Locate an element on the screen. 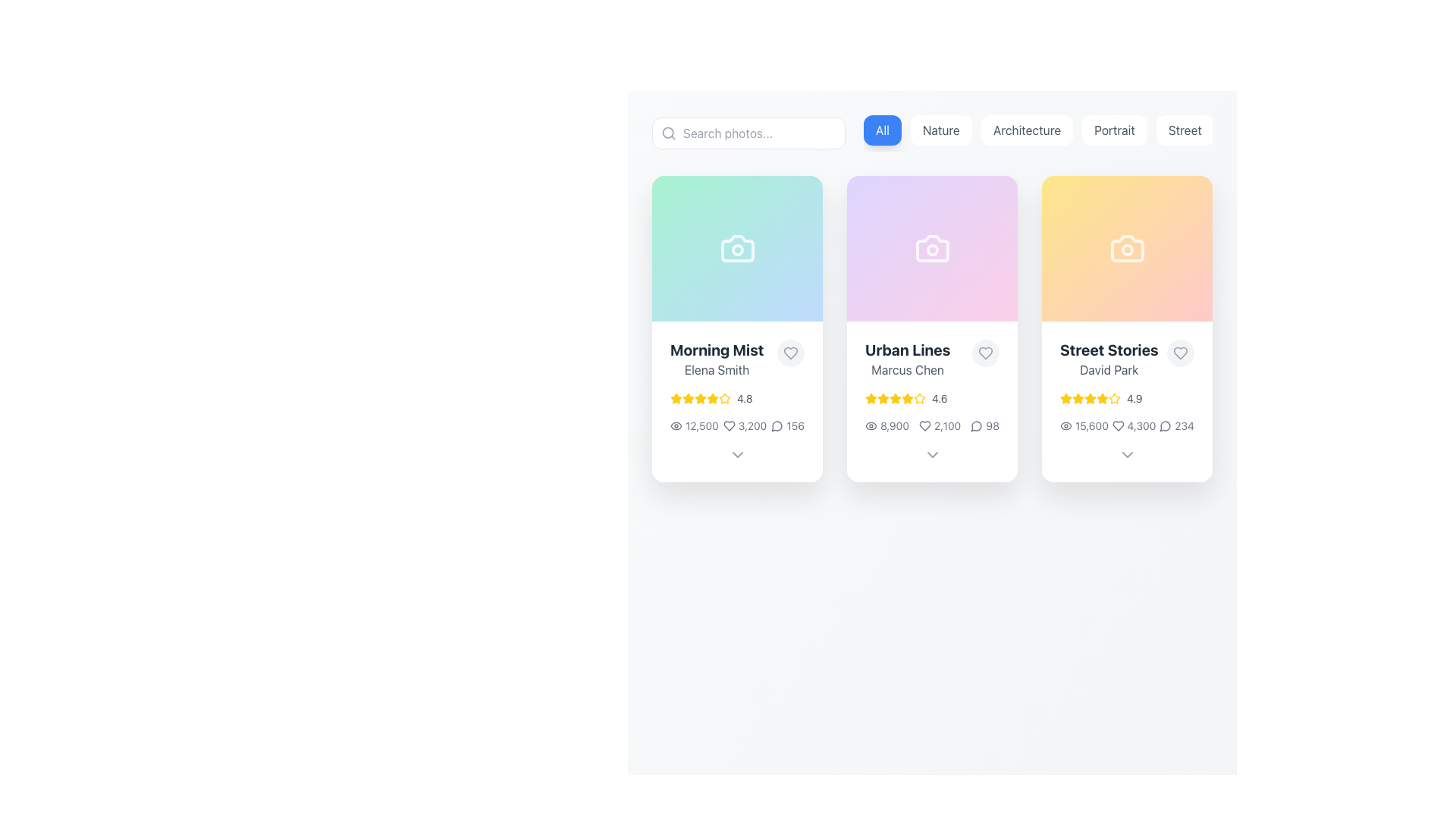 The height and width of the screenshot is (819, 1456). the heart-shaped icon used for marking an item as a favorite, located in the top-right corner of the first card in a horizontal row of cards is located at coordinates (789, 353).